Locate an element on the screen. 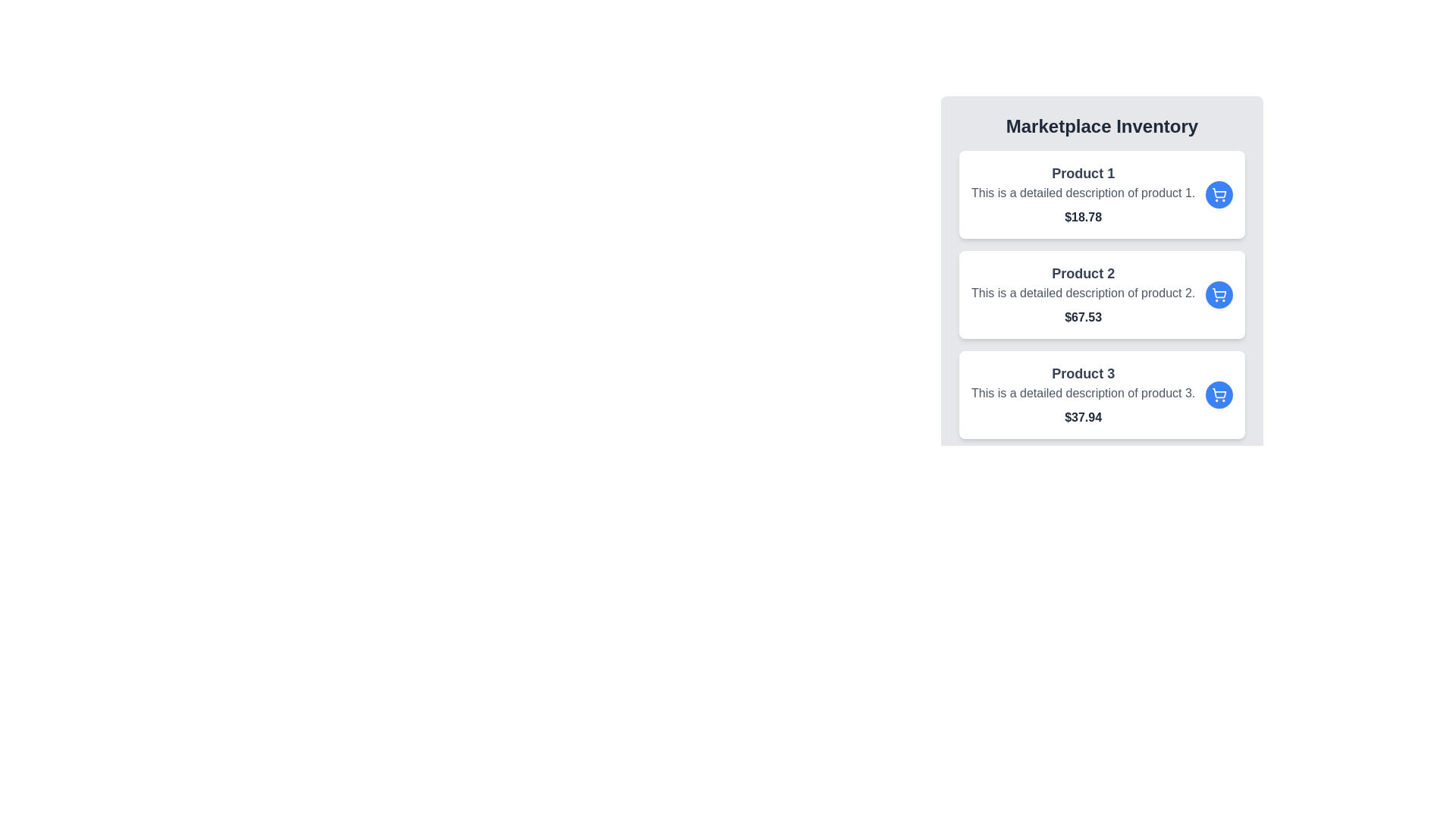  descriptive summary text about 'Product 3' located below the product title and above the price '$37.94' in the product card on the right side of the interface is located at coordinates (1082, 393).